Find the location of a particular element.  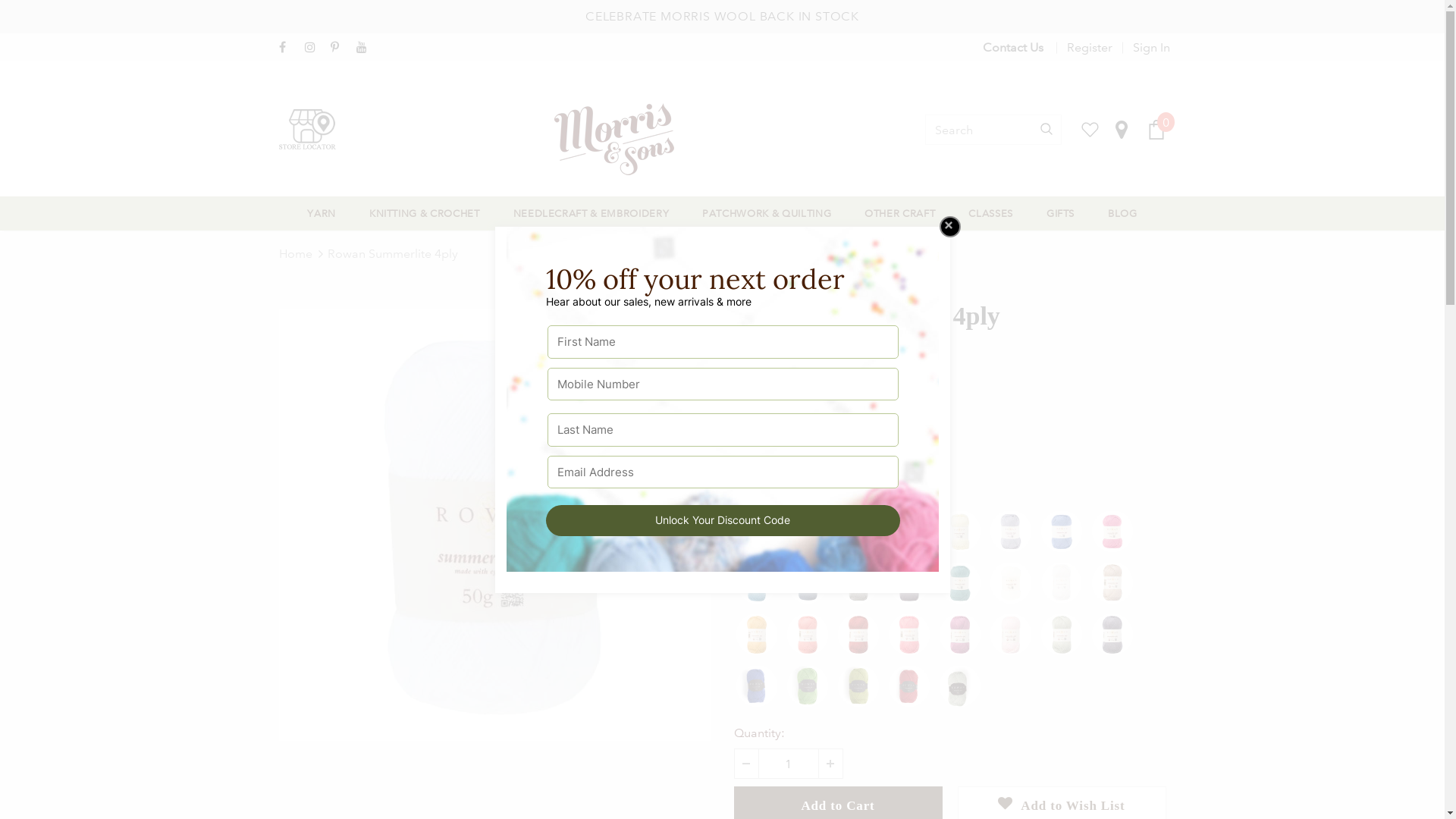

'Pinterest' is located at coordinates (339, 47).